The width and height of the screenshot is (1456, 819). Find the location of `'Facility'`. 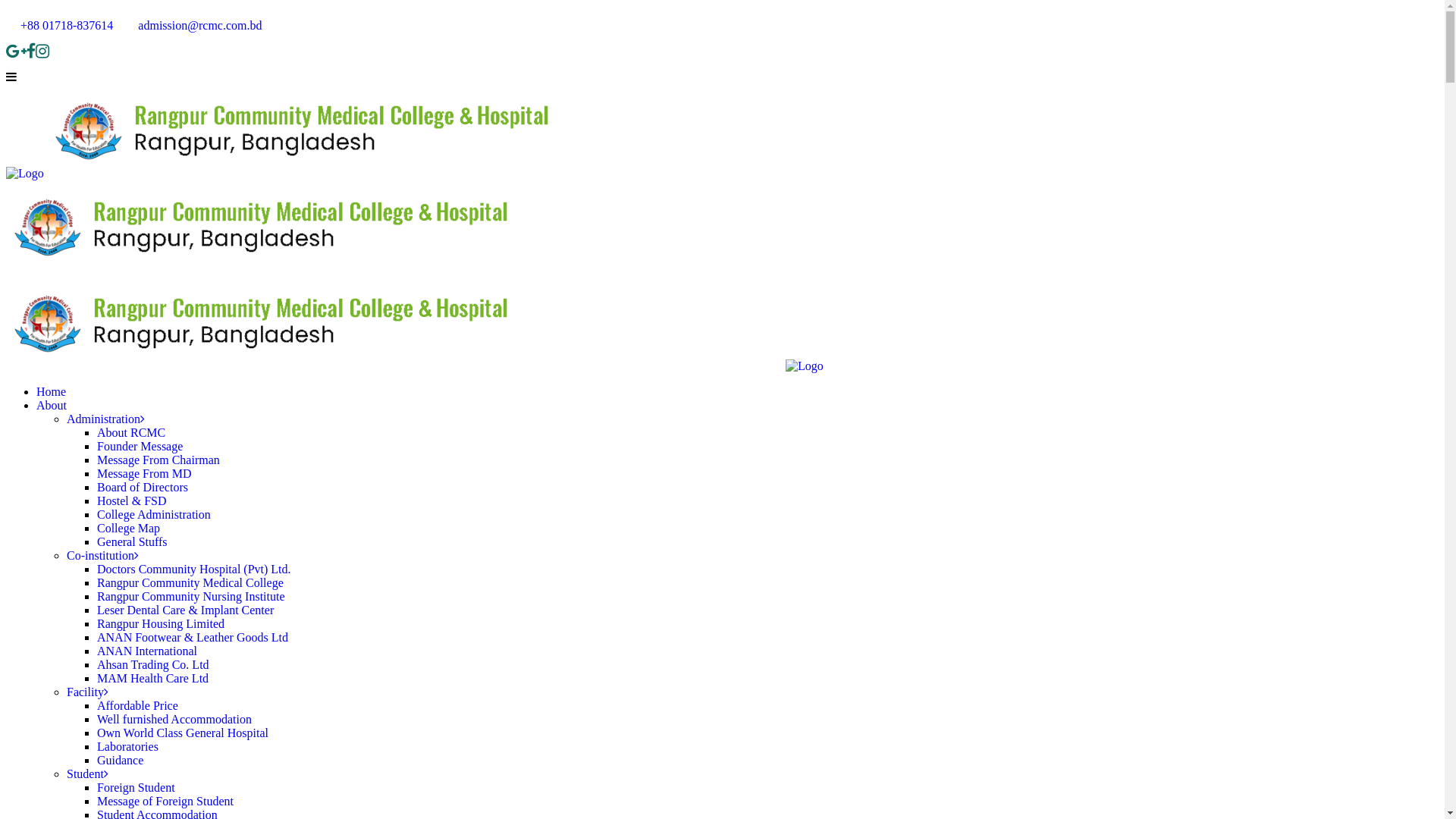

'Facility' is located at coordinates (86, 692).